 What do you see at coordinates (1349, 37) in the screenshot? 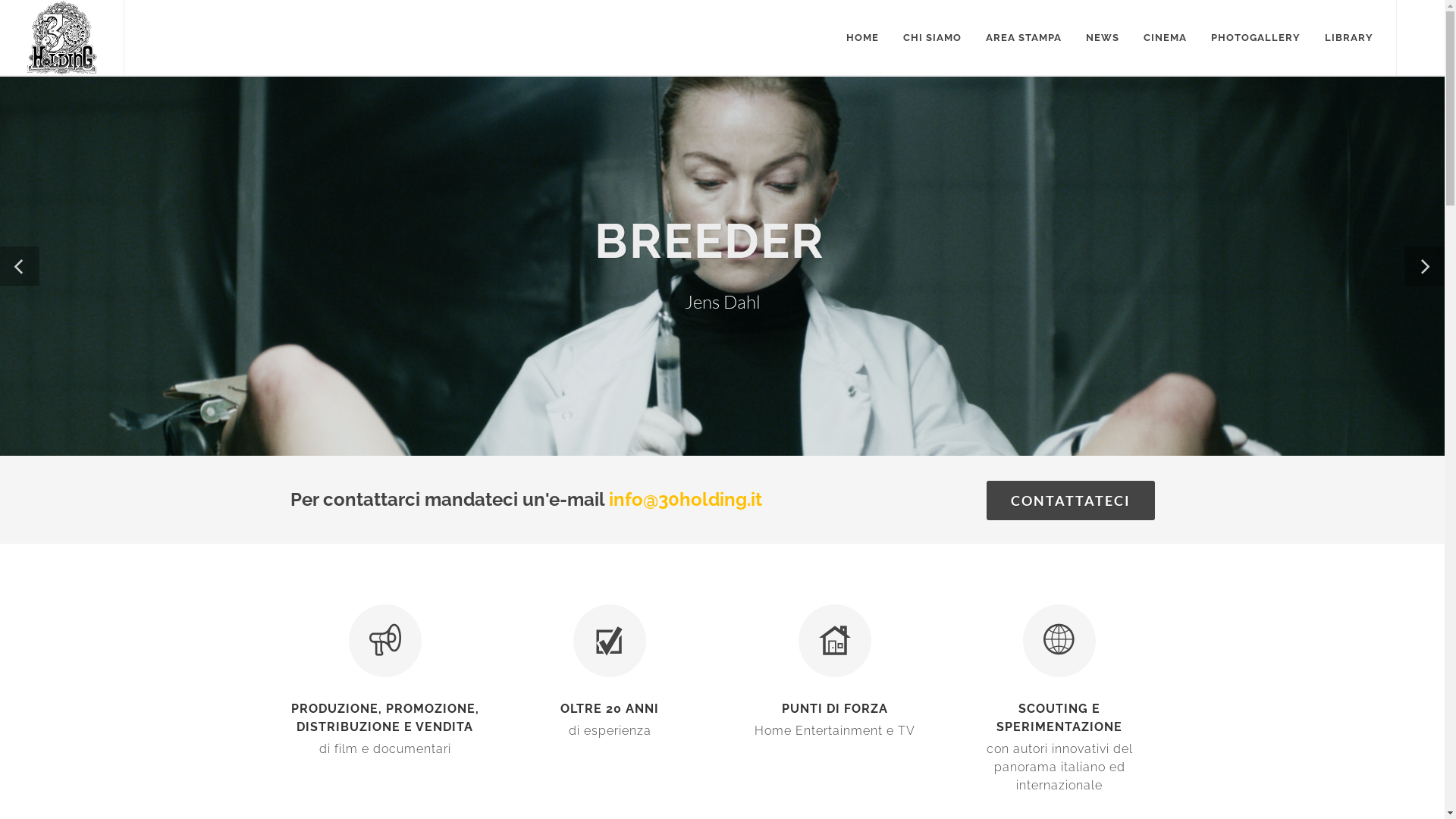
I see `'LIBRARY'` at bounding box center [1349, 37].